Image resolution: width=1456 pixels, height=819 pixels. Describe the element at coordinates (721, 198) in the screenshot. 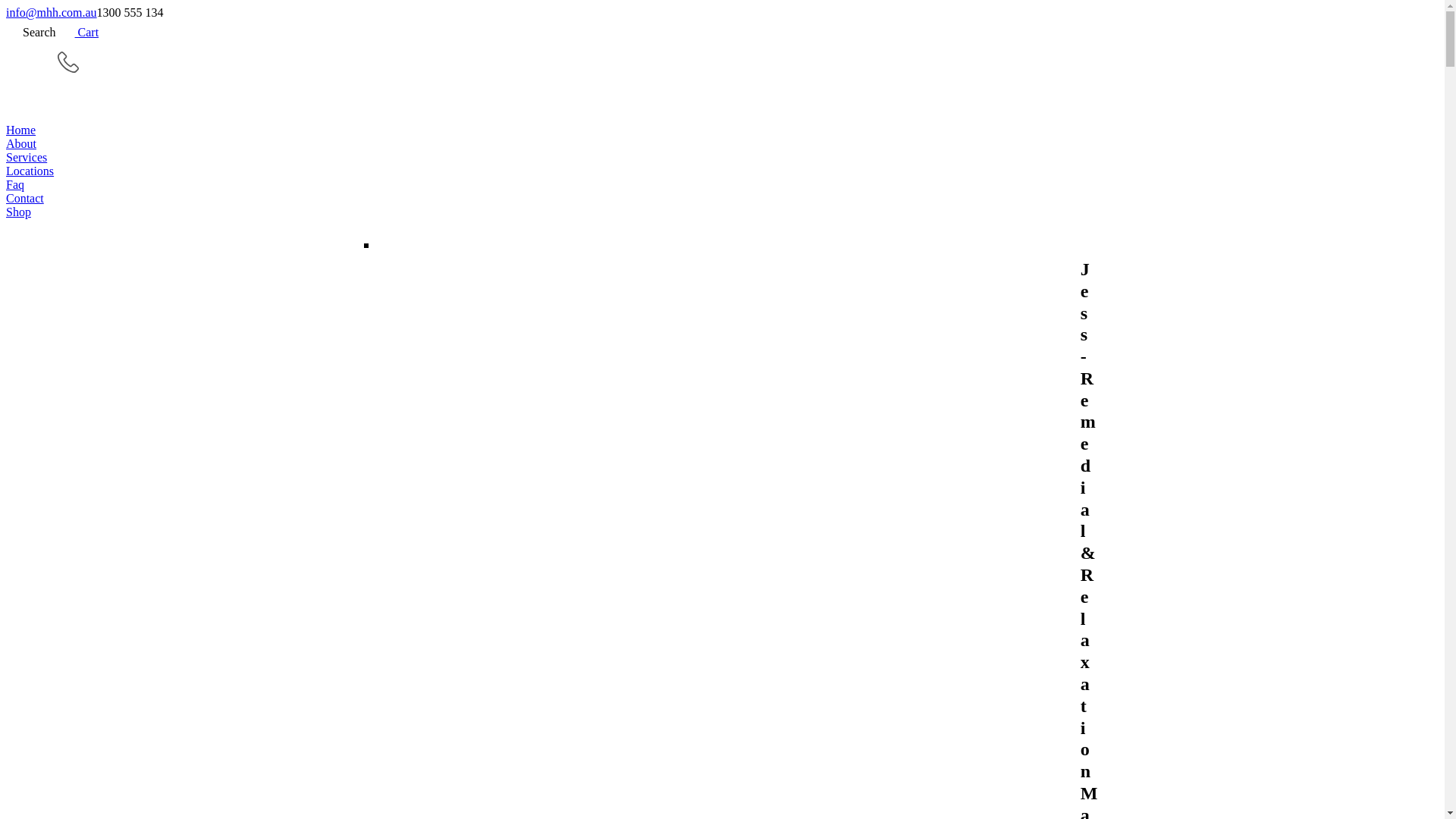

I see `'Contact'` at that location.